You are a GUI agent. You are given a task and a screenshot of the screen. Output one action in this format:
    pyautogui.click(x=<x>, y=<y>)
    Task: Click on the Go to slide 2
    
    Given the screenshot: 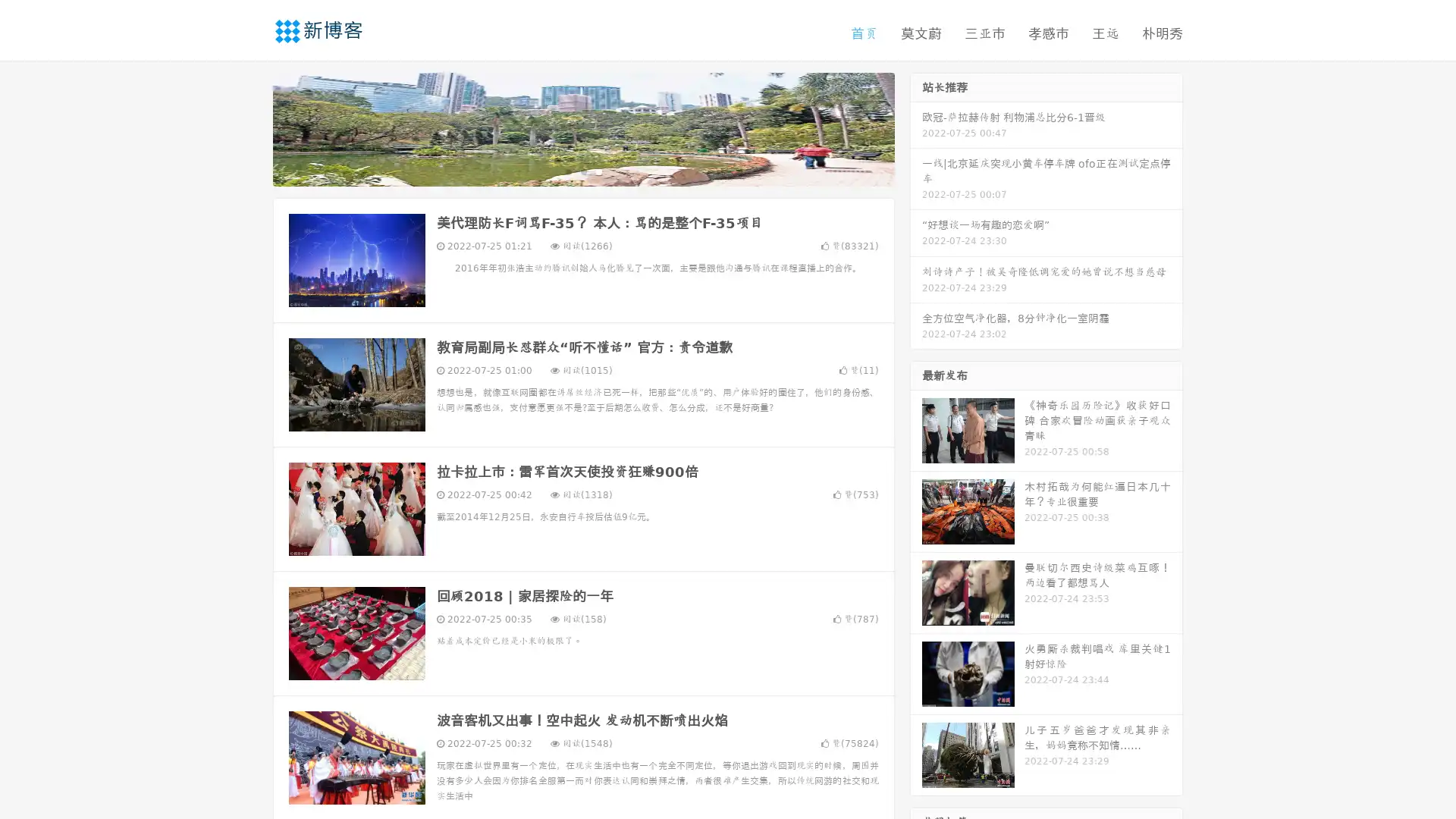 What is the action you would take?
    pyautogui.click(x=582, y=171)
    